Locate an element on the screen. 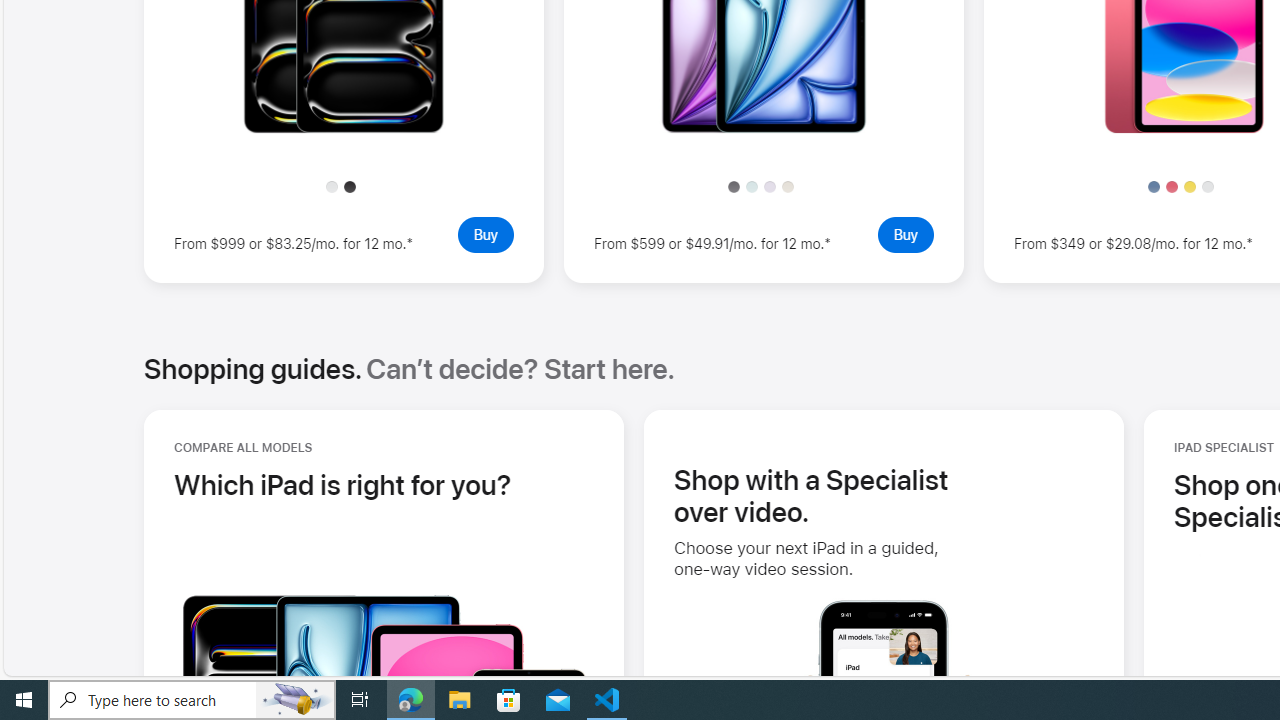 The width and height of the screenshot is (1280, 720). 'Space Gray' is located at coordinates (733, 186).